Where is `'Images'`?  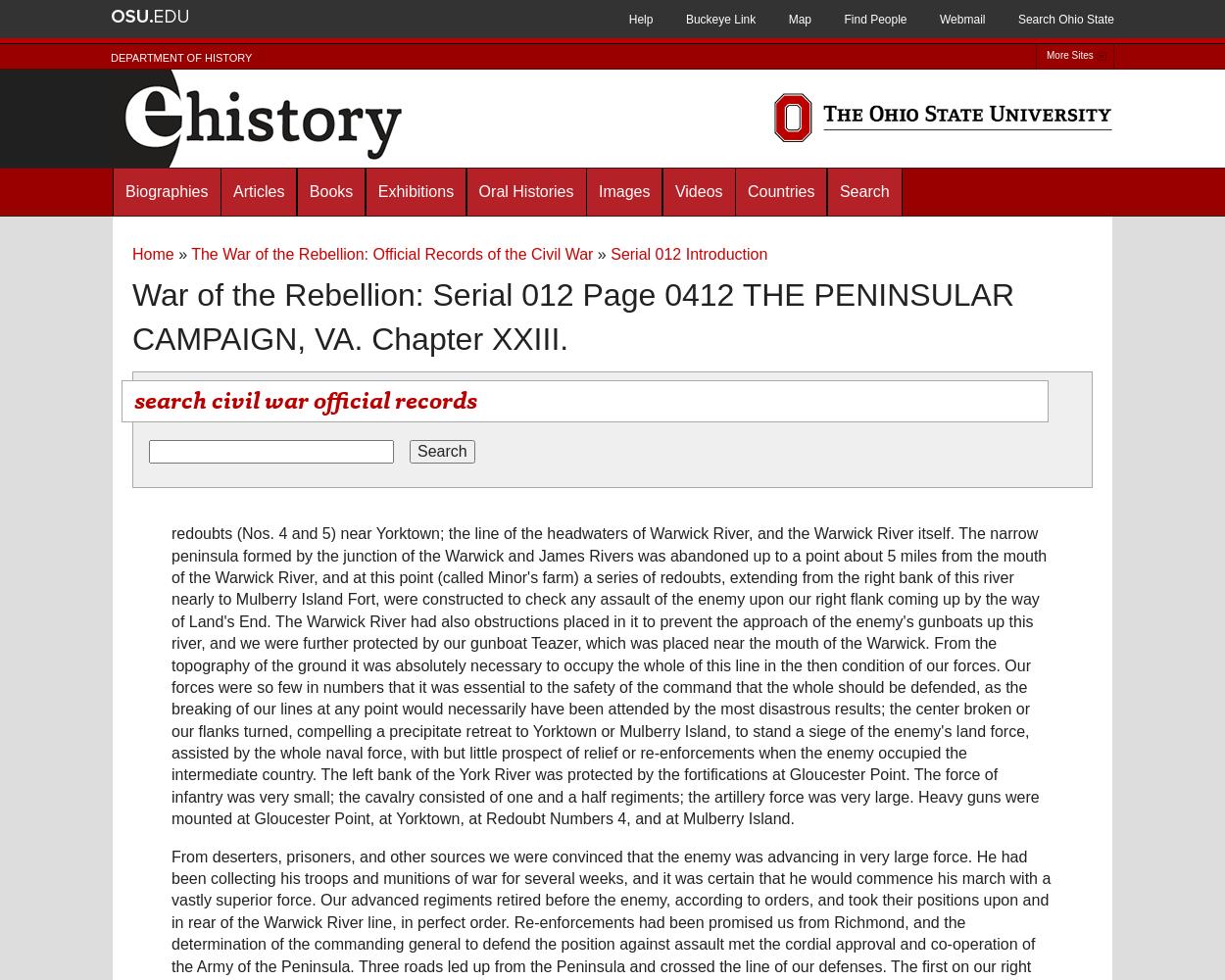 'Images' is located at coordinates (623, 190).